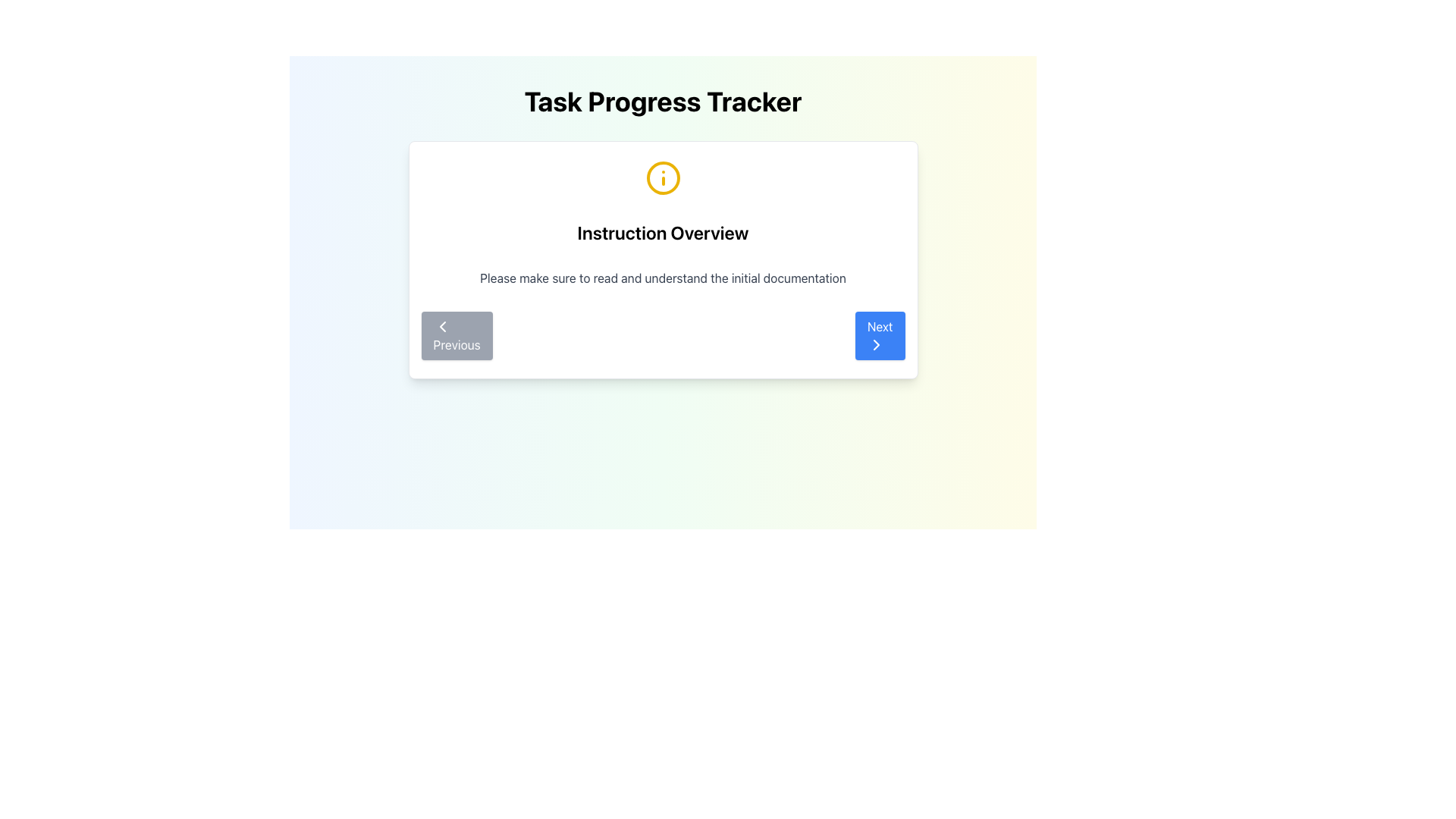 The height and width of the screenshot is (819, 1456). What do you see at coordinates (441, 326) in the screenshot?
I see `the 'Previous' button icon, which visually indicates its function to navigate to the previous content or step, located on the left side of the dialog box at the bottom` at bounding box center [441, 326].